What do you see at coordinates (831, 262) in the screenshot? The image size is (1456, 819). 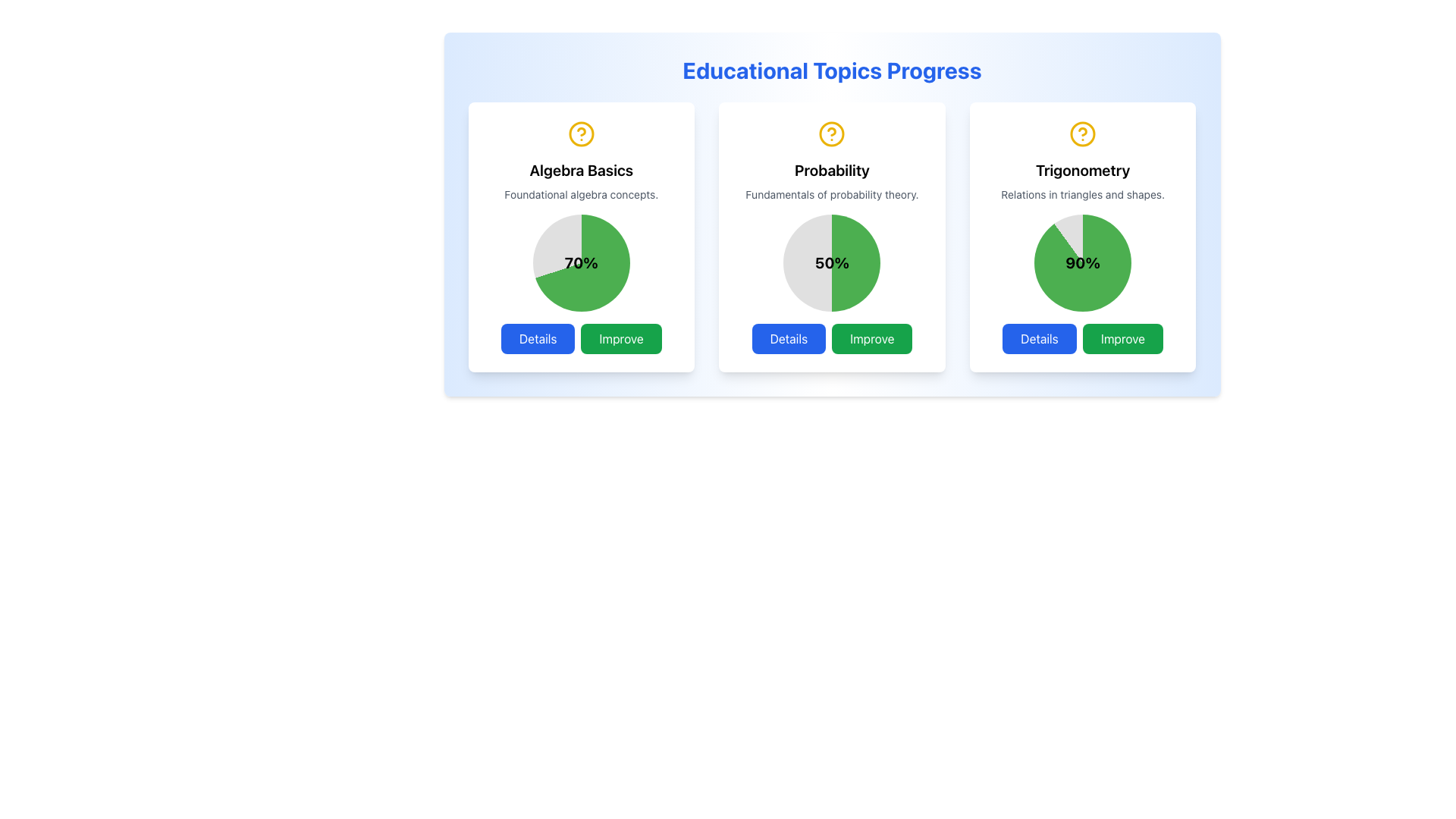 I see `the percentage displayed in the Circular Progress Indicator, which shows '50%' in bold black text at the center of the circular visual representation` at bounding box center [831, 262].